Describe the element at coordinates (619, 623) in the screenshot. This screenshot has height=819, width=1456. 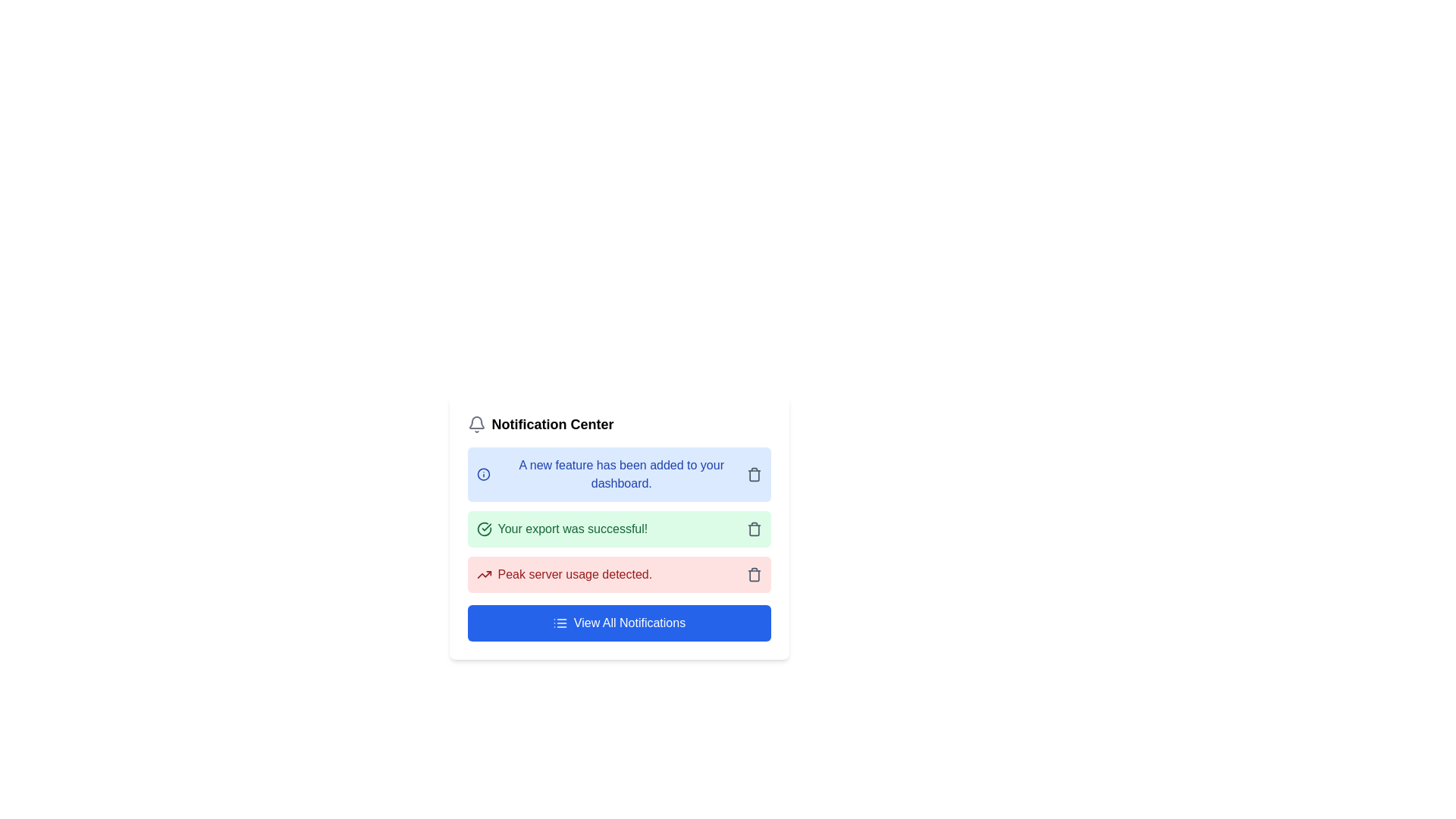
I see `the notifications button located at the bottom of the notification center card` at that location.